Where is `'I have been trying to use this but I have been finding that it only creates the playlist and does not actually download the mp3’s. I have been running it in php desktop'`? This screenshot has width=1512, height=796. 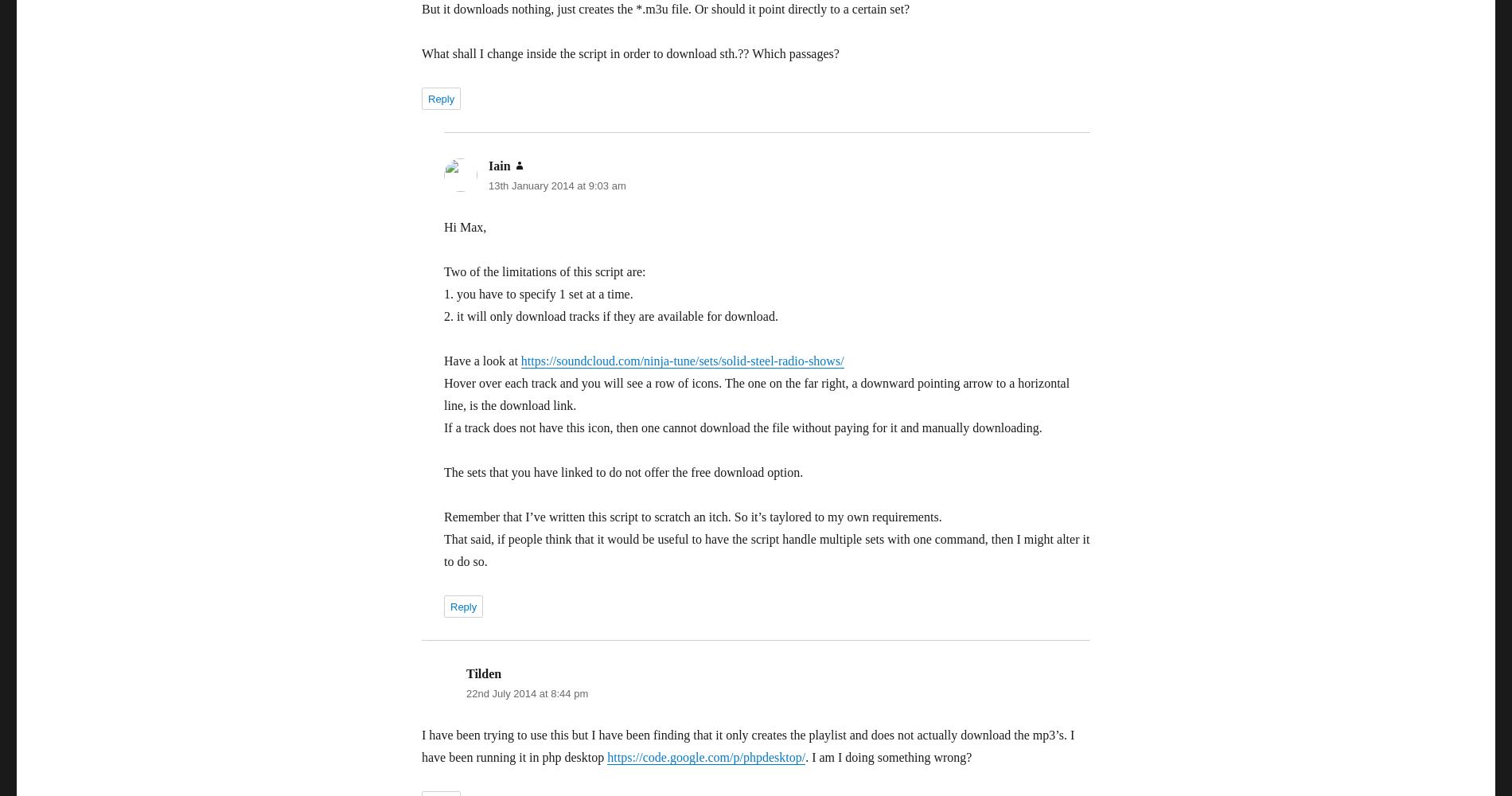 'I have been trying to use this but I have been finding that it only creates the playlist and does not actually download the mp3’s. I have been running it in php desktop' is located at coordinates (746, 746).